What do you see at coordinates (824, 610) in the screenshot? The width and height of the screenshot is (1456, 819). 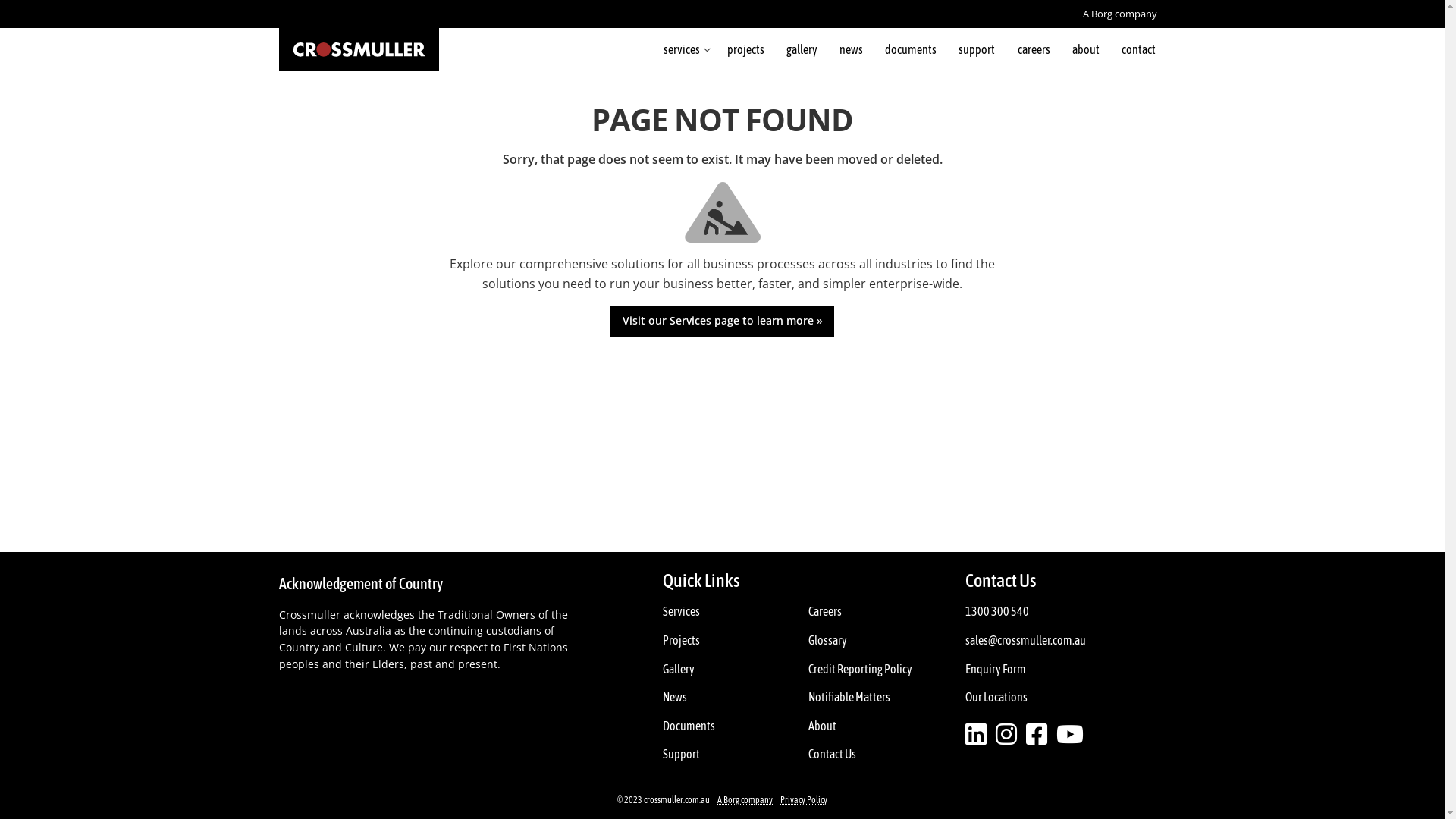 I see `'Careers'` at bounding box center [824, 610].